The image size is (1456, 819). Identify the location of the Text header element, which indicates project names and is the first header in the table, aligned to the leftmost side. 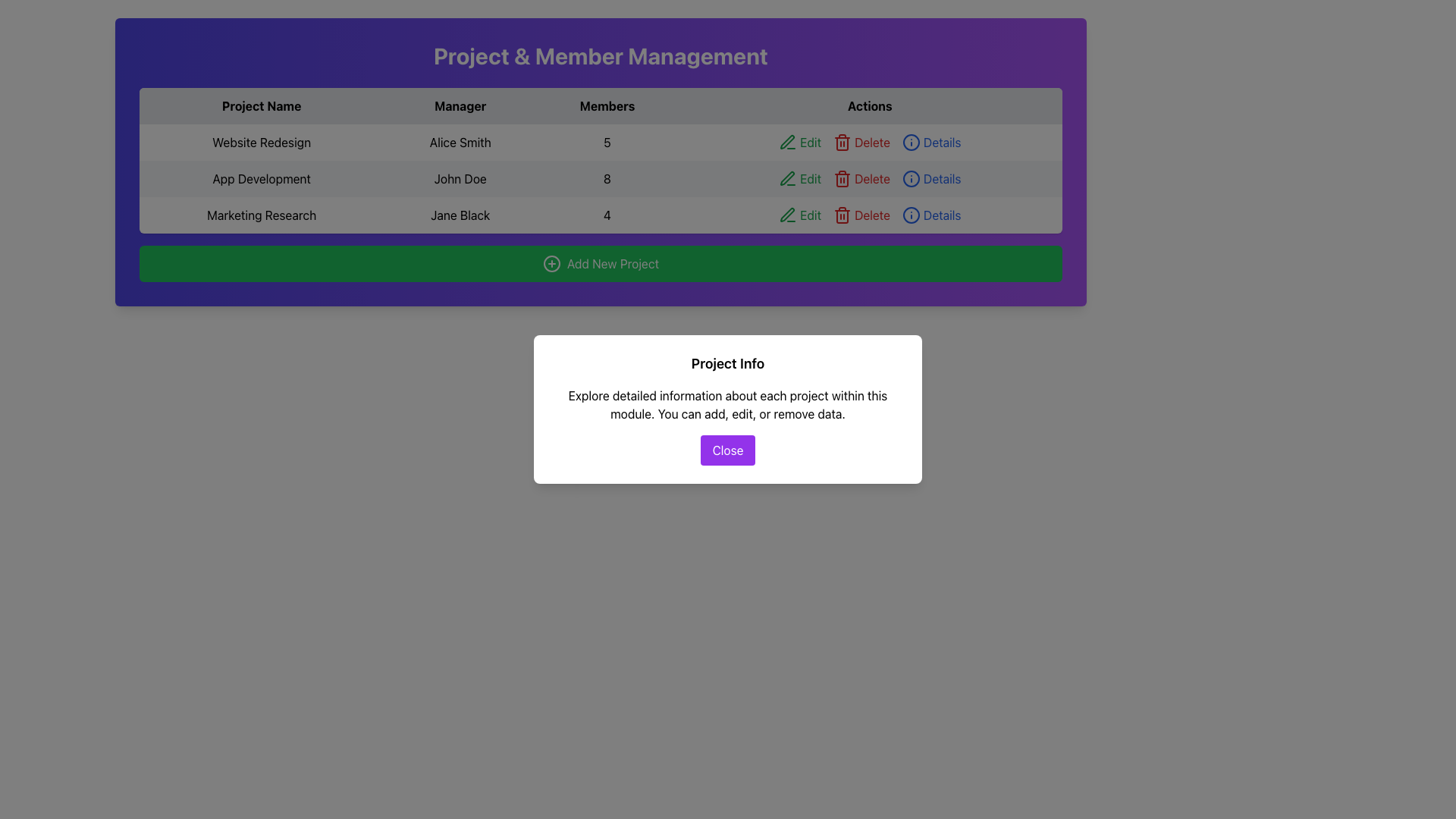
(262, 105).